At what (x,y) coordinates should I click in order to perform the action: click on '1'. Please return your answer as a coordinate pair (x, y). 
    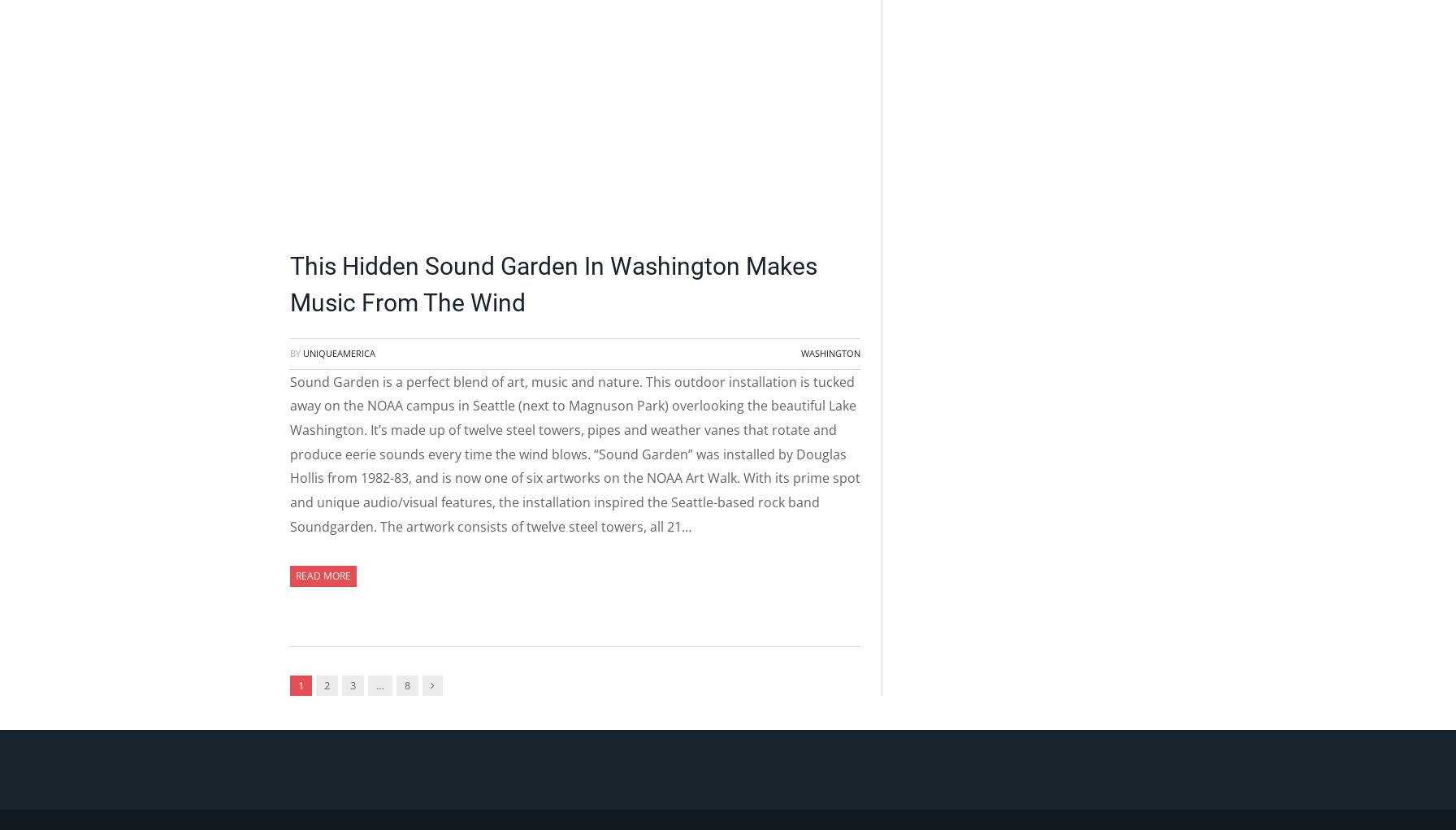
    Looking at the image, I should click on (298, 684).